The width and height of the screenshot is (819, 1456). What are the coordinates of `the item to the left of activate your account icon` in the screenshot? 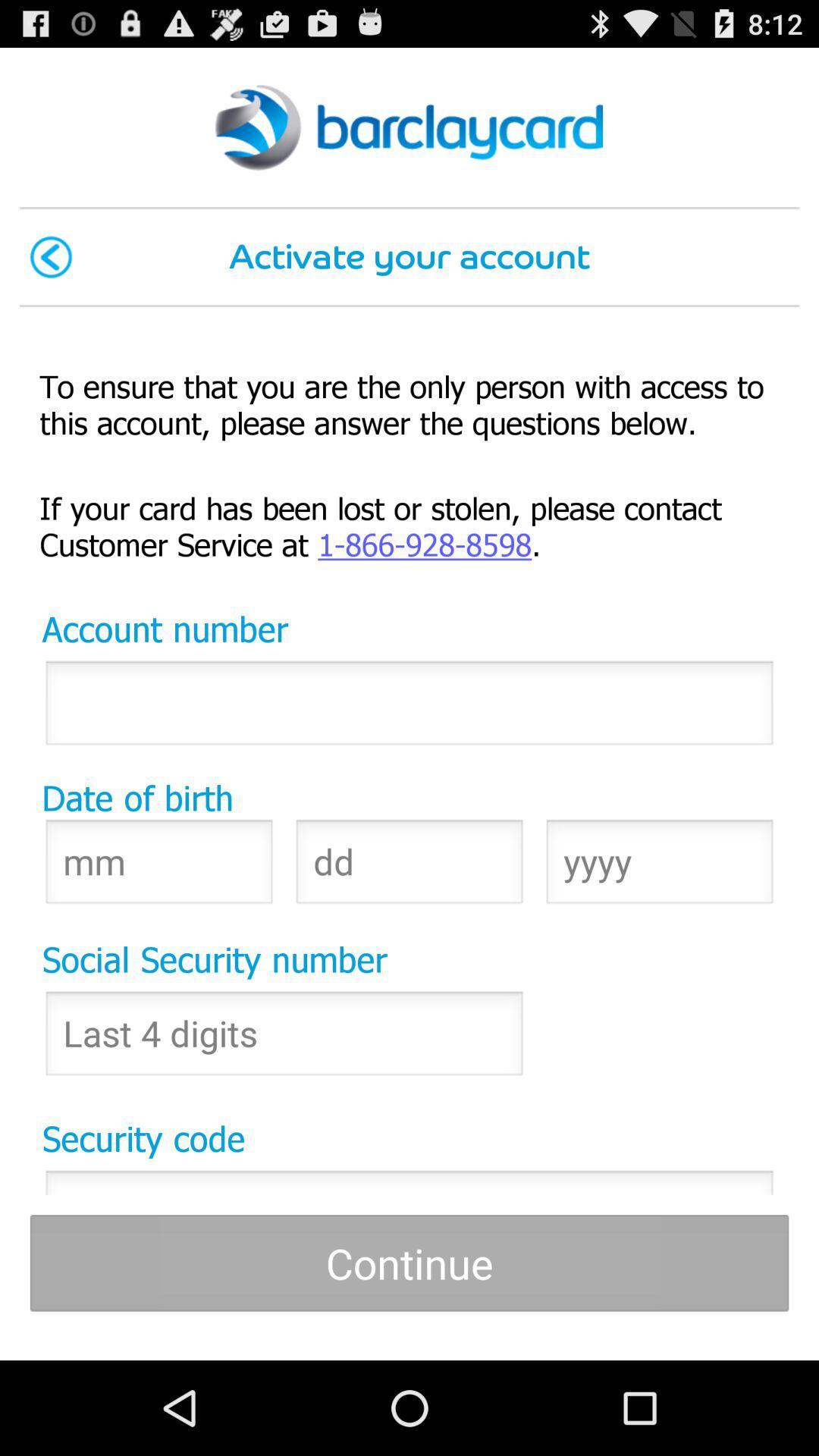 It's located at (50, 257).